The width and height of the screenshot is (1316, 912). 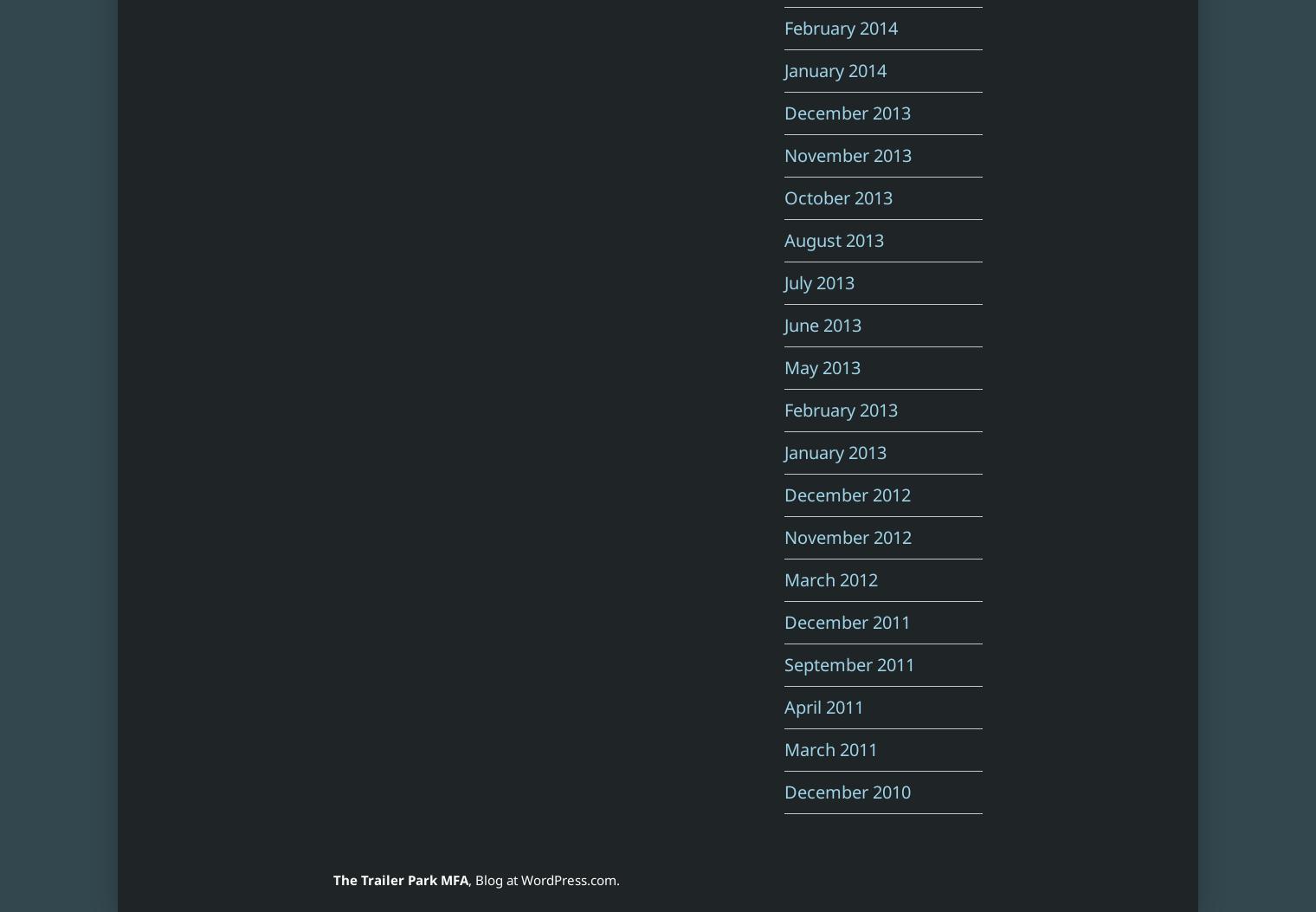 I want to click on 'March 2012', so click(x=830, y=579).